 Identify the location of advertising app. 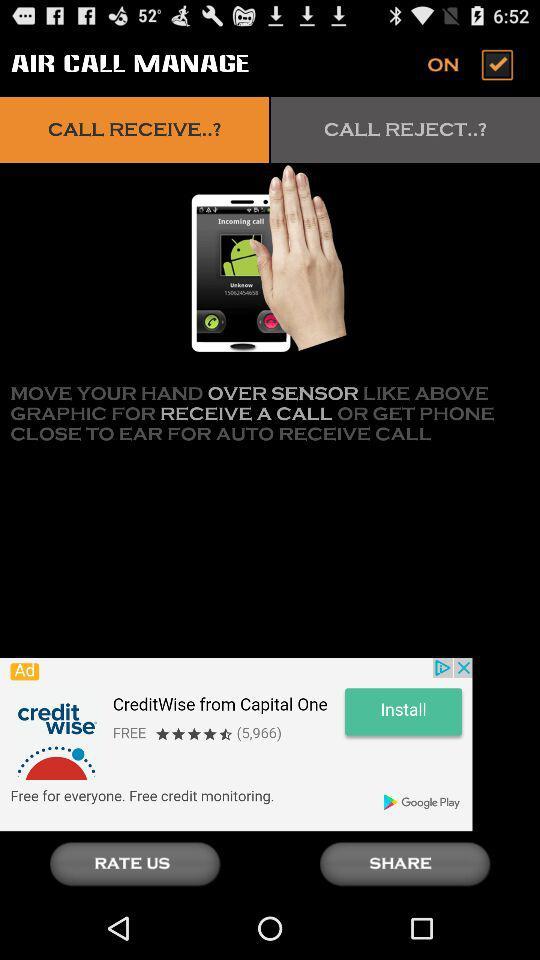
(235, 743).